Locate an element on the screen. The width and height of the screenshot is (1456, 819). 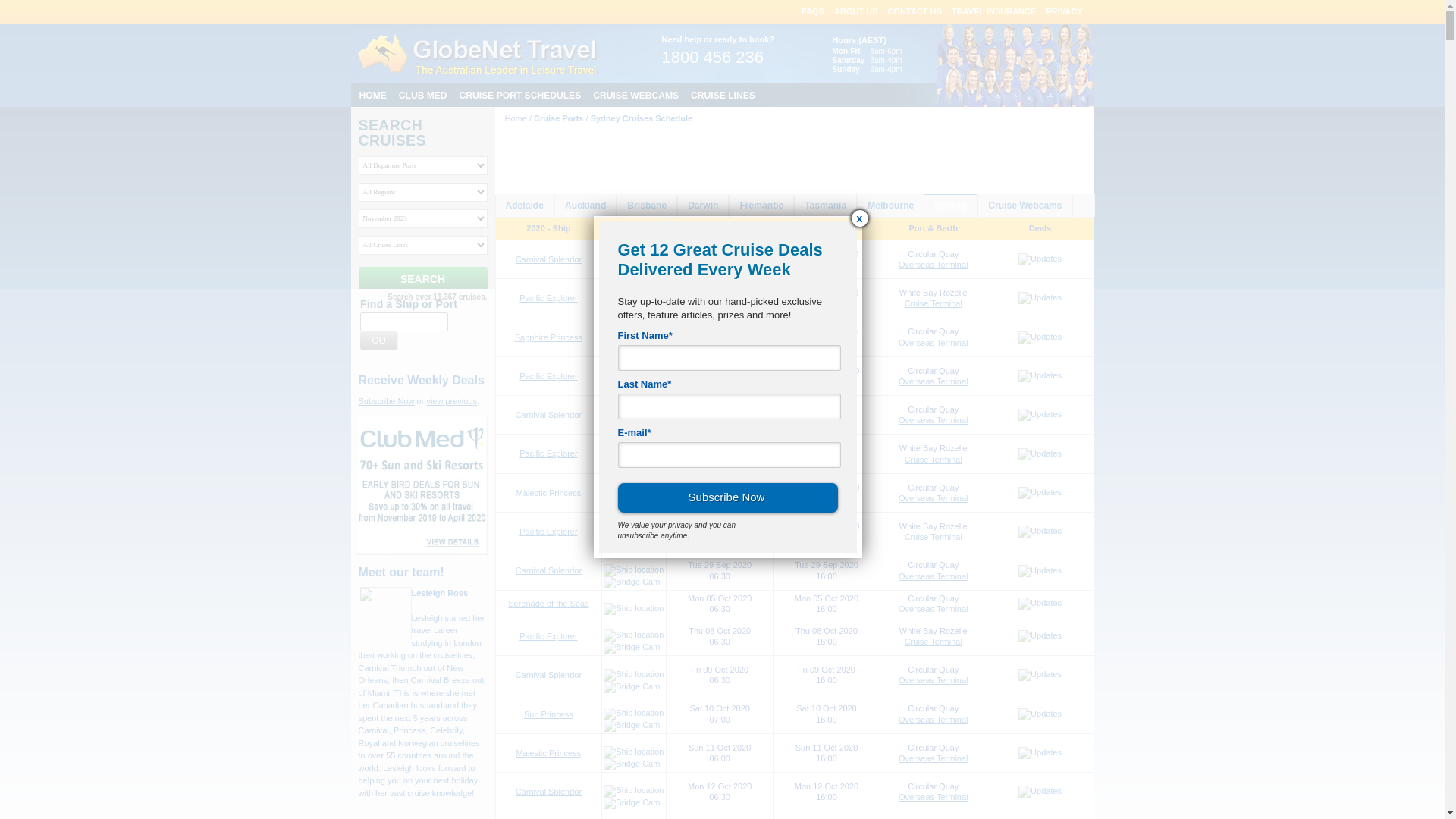
'Pacific Explorer' is located at coordinates (519, 531).